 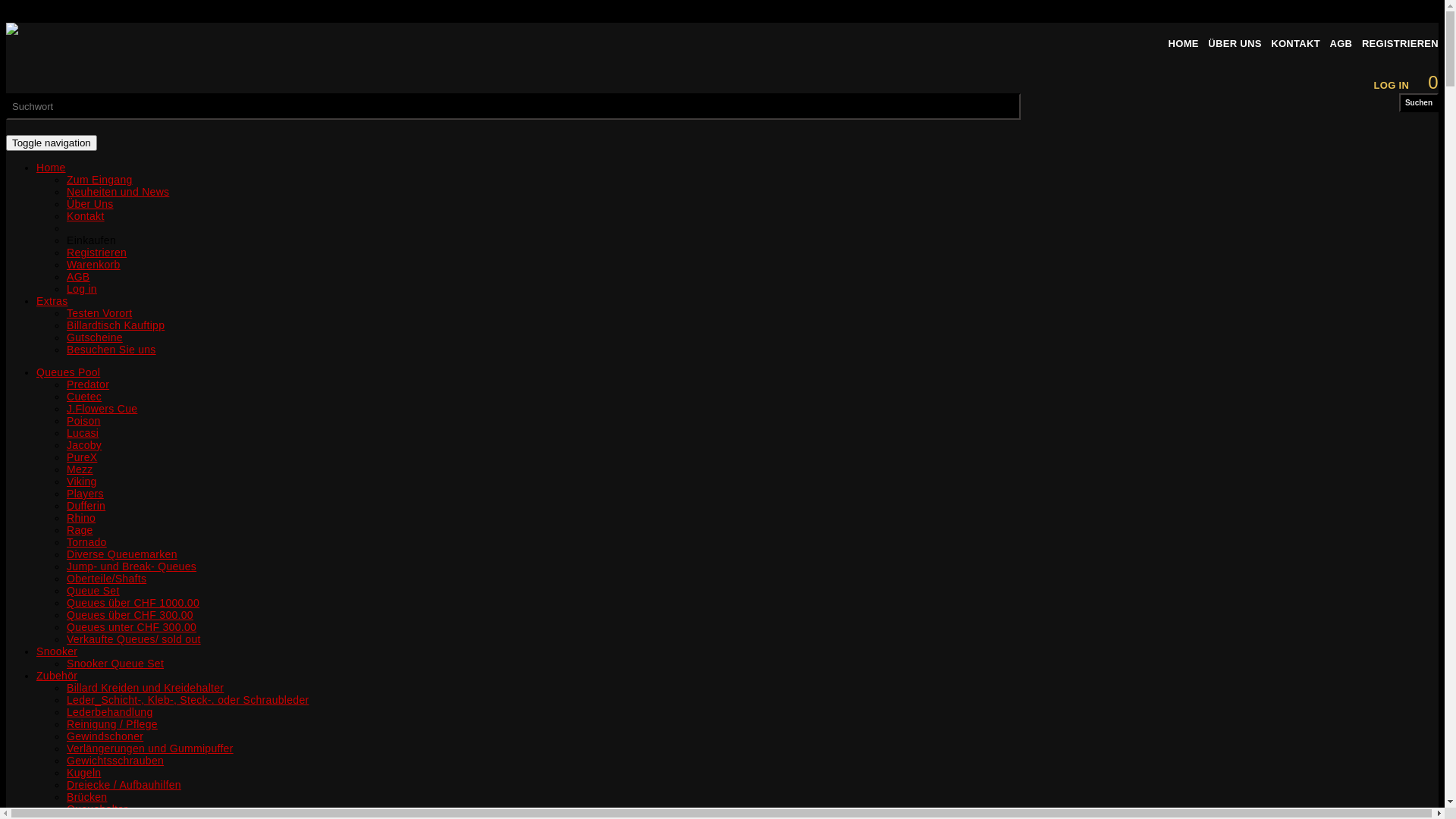 What do you see at coordinates (36, 301) in the screenshot?
I see `'Extras'` at bounding box center [36, 301].